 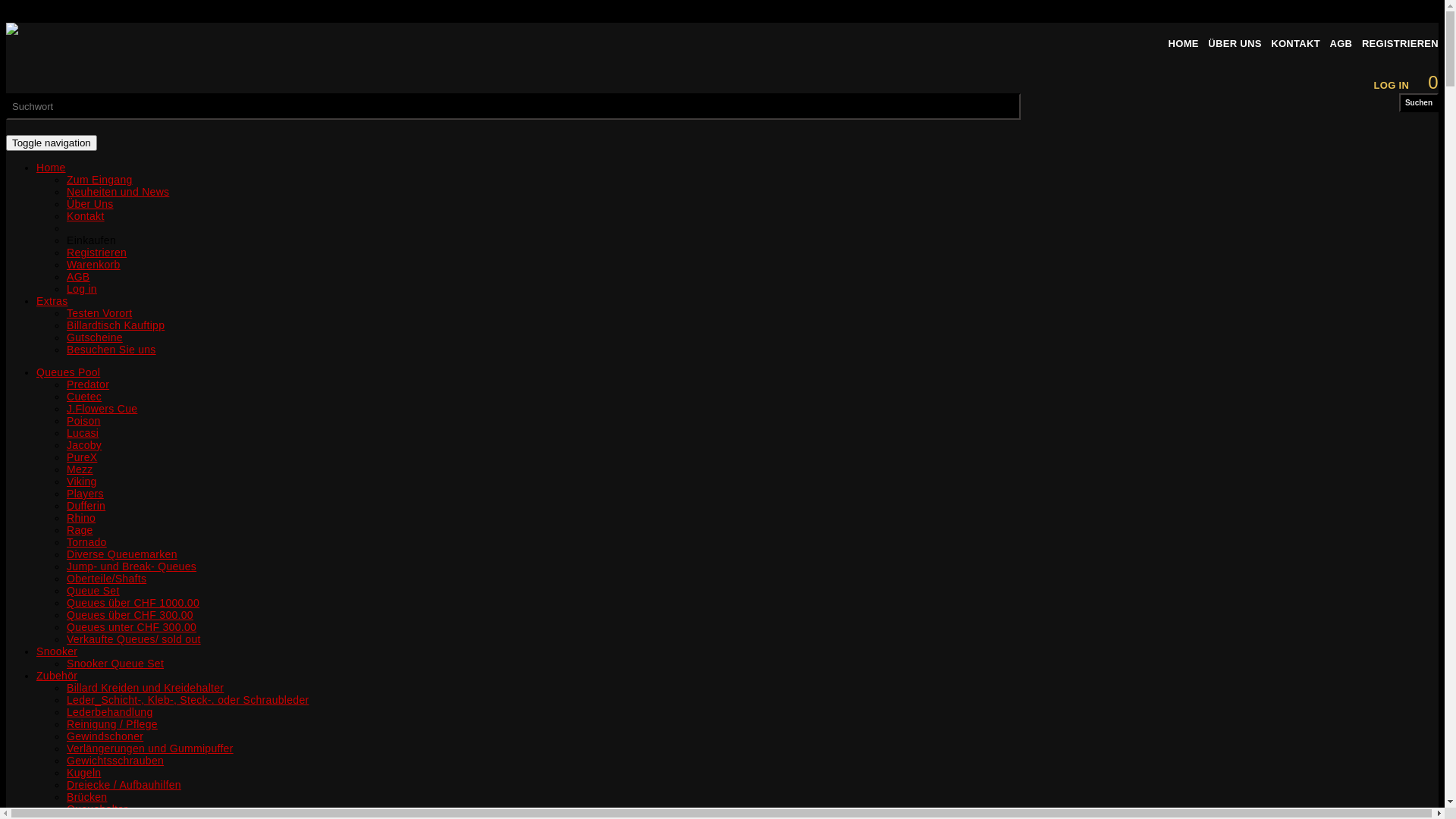 What do you see at coordinates (36, 301) in the screenshot?
I see `'Extras'` at bounding box center [36, 301].